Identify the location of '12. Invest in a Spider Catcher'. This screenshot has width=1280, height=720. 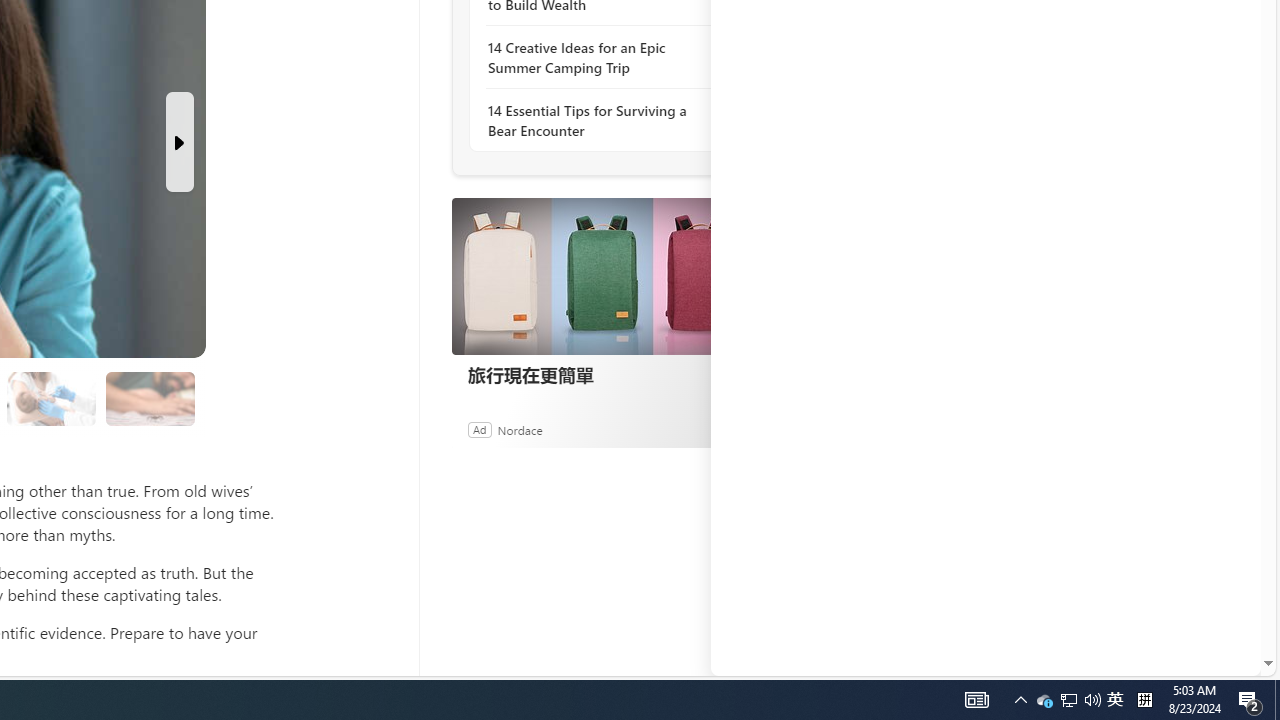
(148, 399).